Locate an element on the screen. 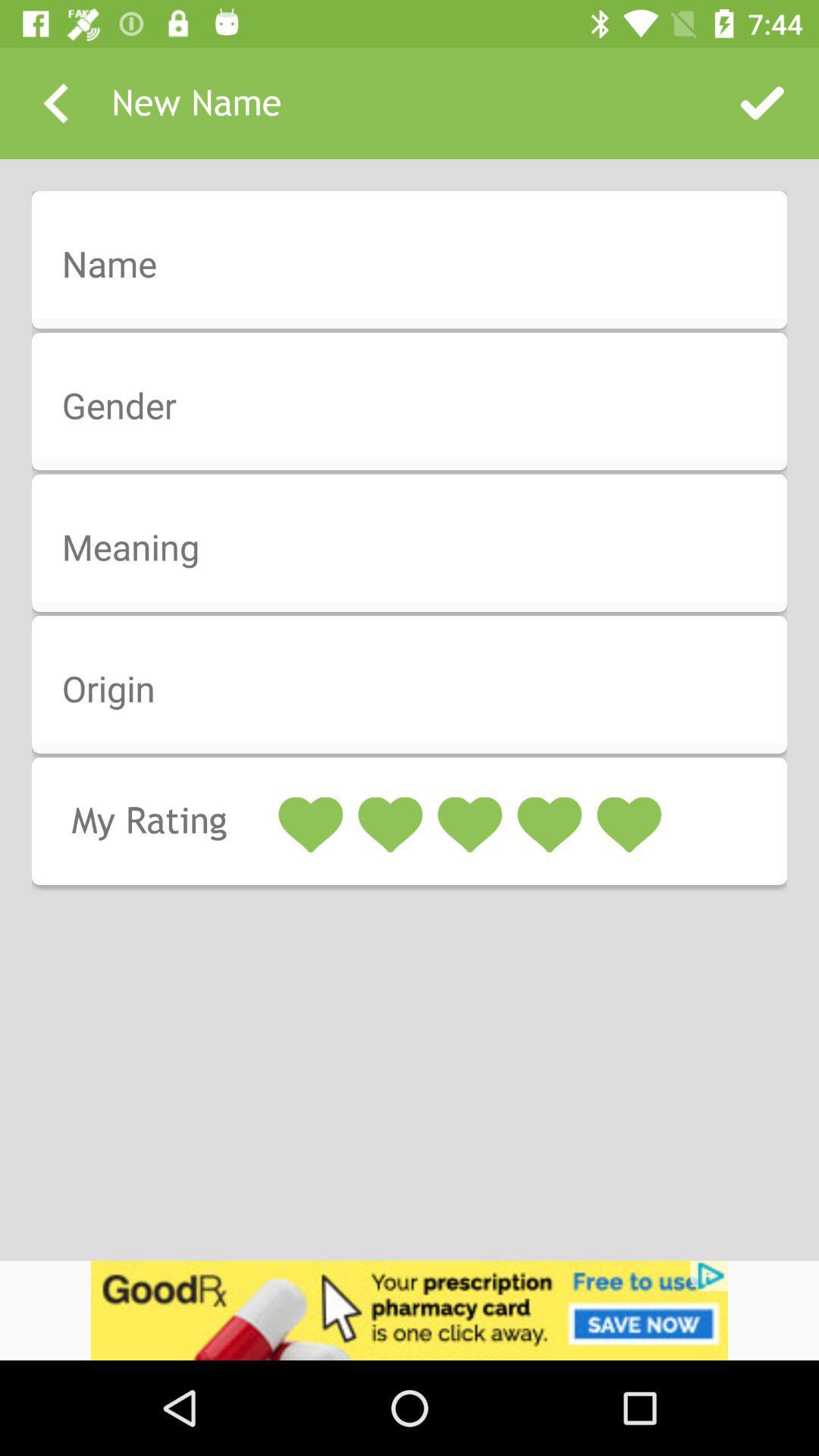 This screenshot has height=1456, width=819. goes to goodrx website is located at coordinates (409, 1310).